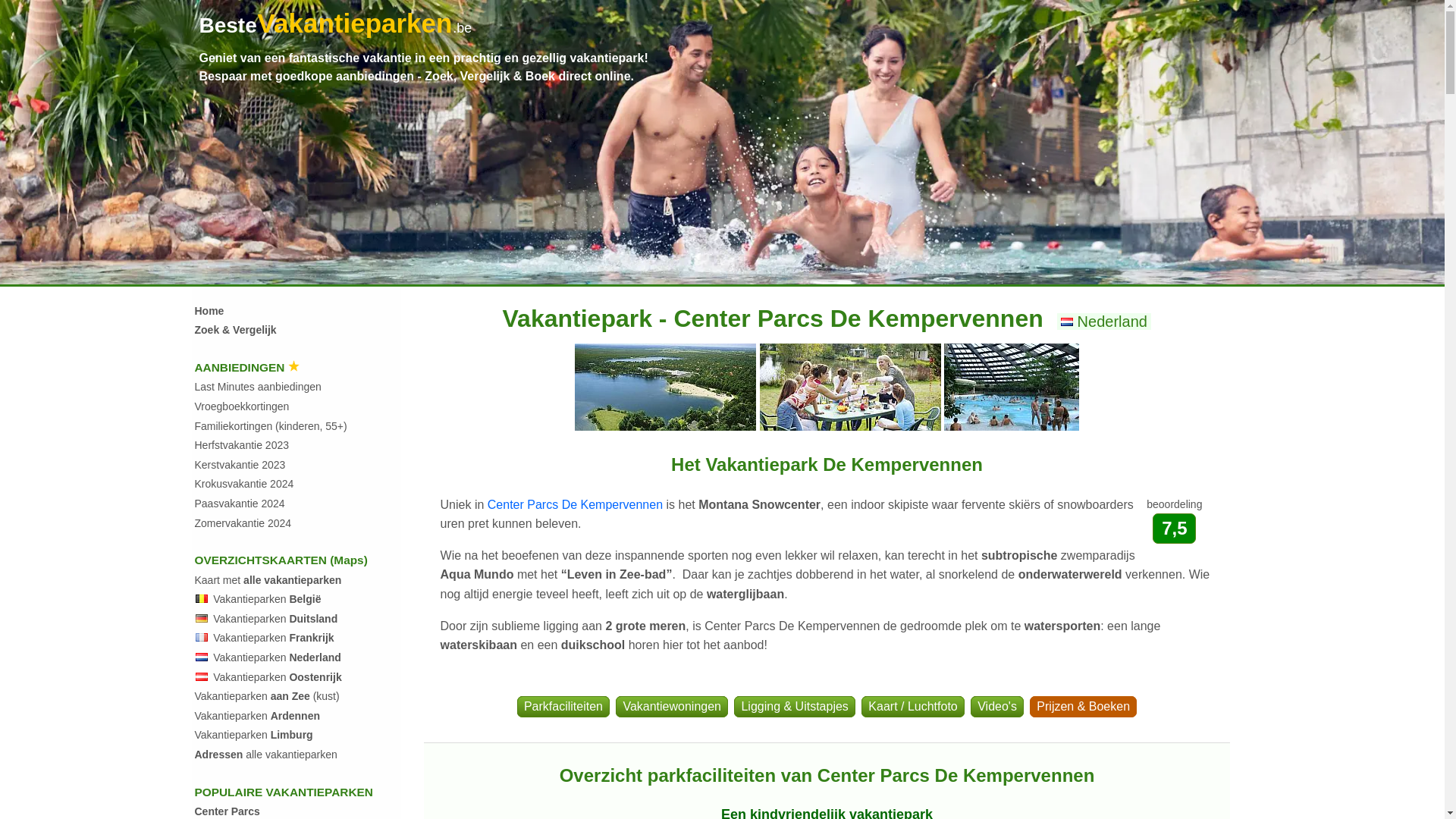 This screenshot has height=819, width=1456. What do you see at coordinates (861, 707) in the screenshot?
I see `'Kaart / Luchtfoto'` at bounding box center [861, 707].